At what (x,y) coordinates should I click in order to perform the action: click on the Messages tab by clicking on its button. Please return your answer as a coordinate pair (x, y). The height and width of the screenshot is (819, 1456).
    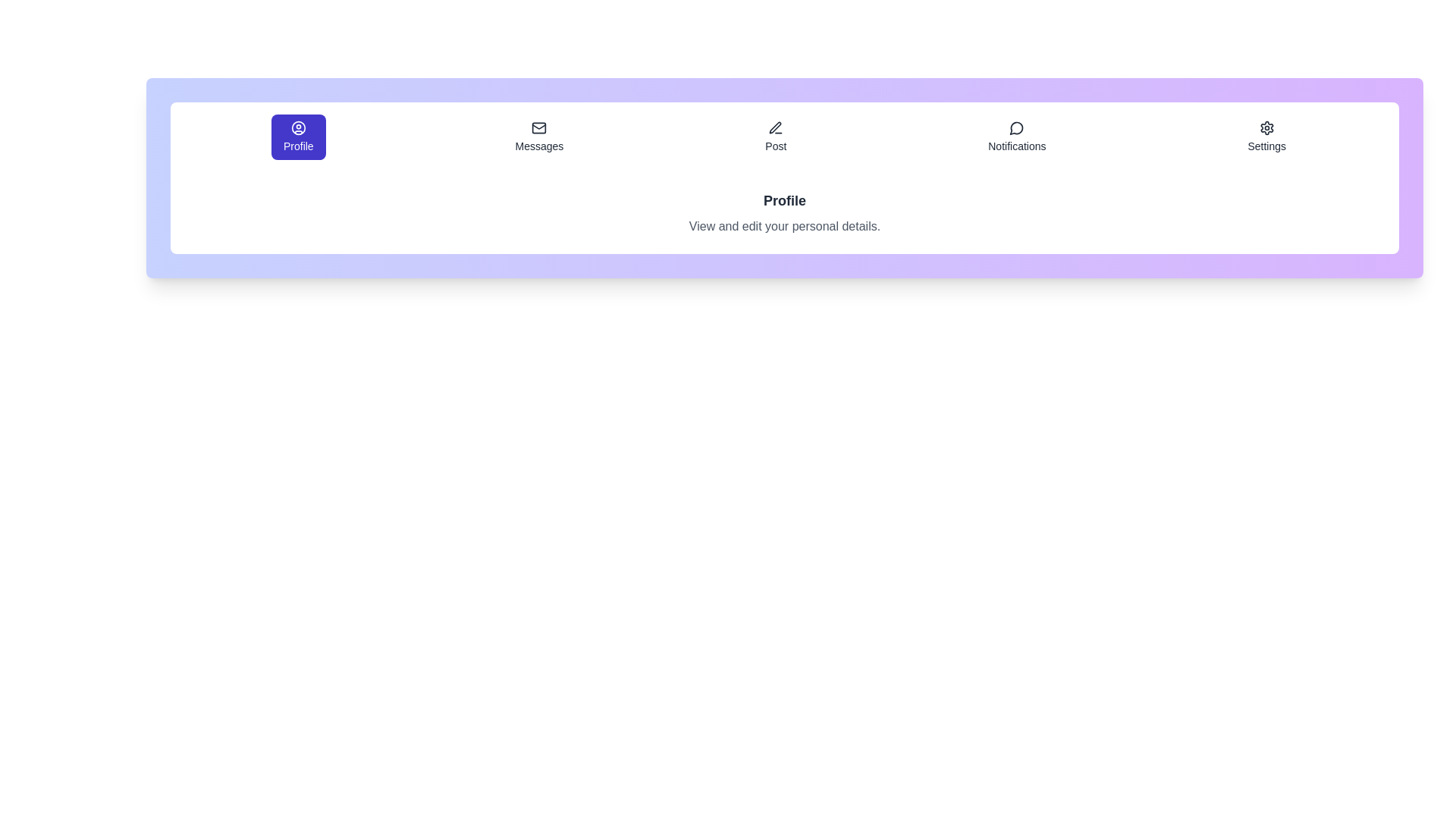
    Looking at the image, I should click on (539, 137).